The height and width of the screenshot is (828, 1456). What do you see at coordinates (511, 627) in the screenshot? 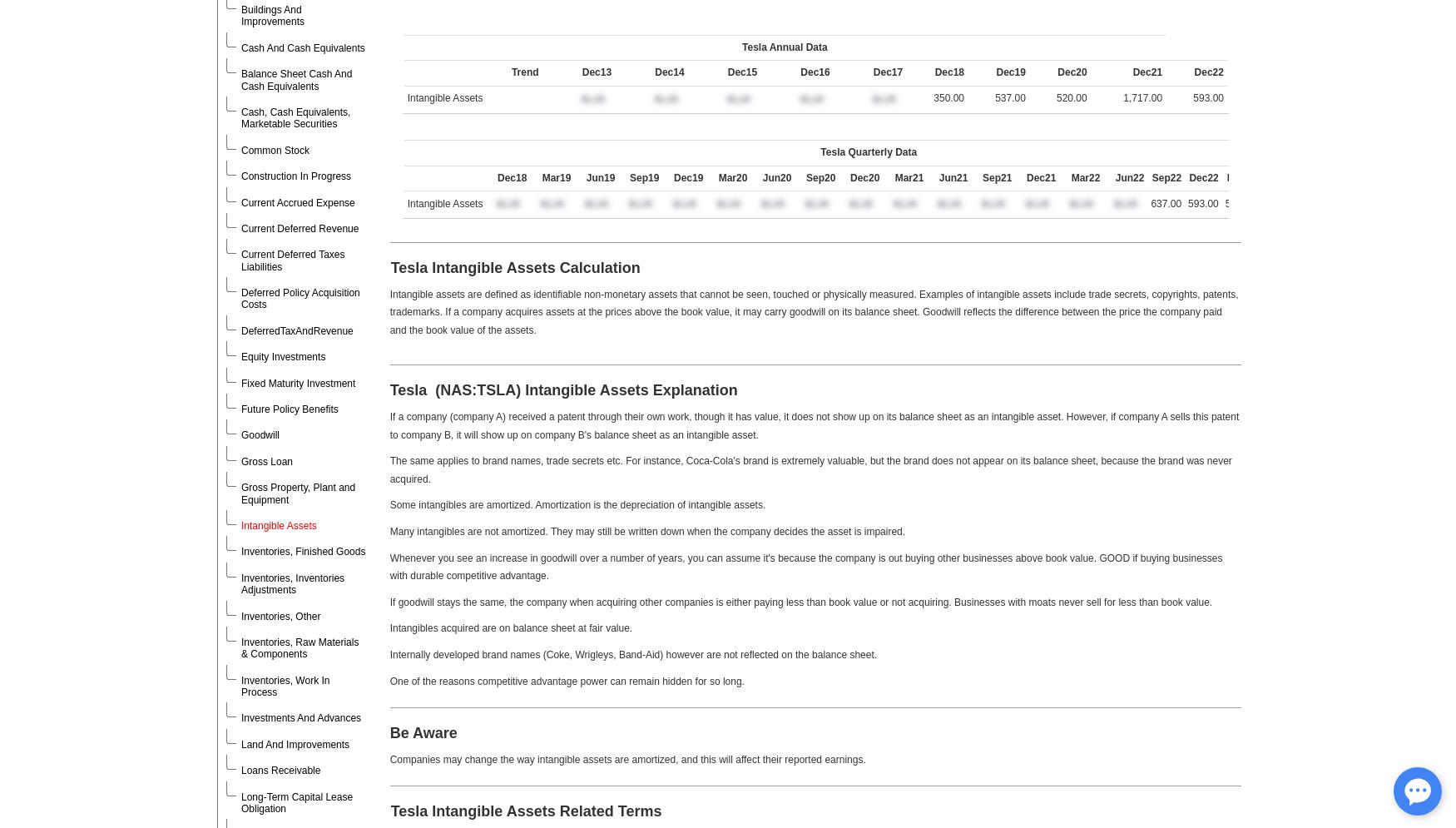
I see `'Intangibles acquired are on balance sheet at fair value.'` at bounding box center [511, 627].